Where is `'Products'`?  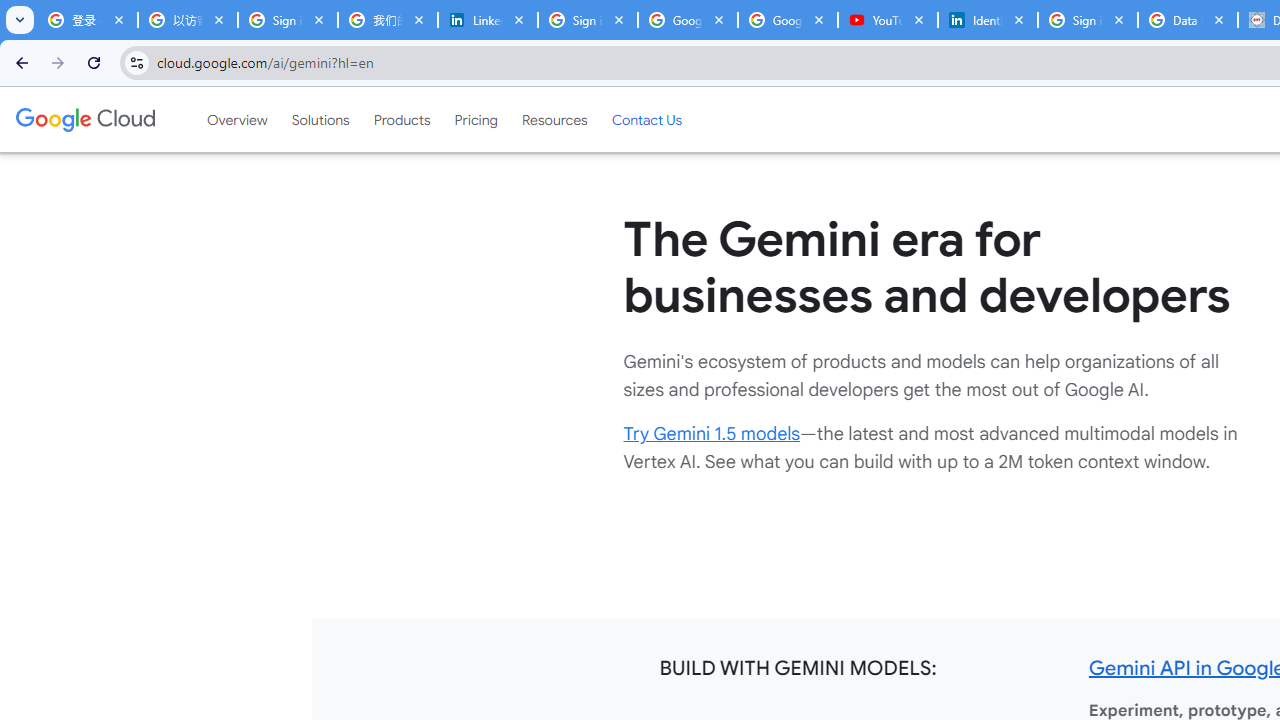
'Products' is located at coordinates (400, 119).